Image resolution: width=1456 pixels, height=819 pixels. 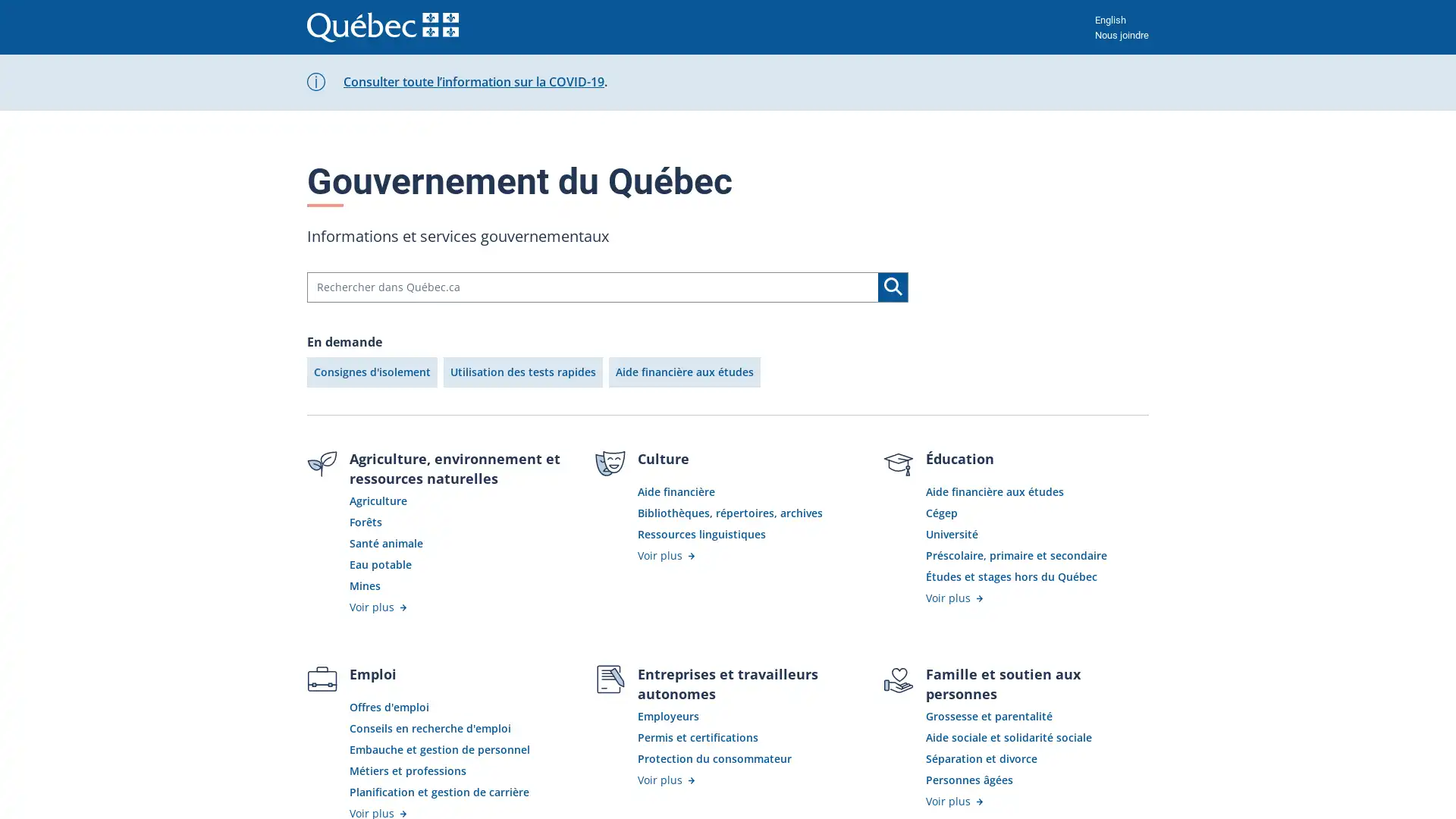 I want to click on Recherche, so click(x=893, y=287).